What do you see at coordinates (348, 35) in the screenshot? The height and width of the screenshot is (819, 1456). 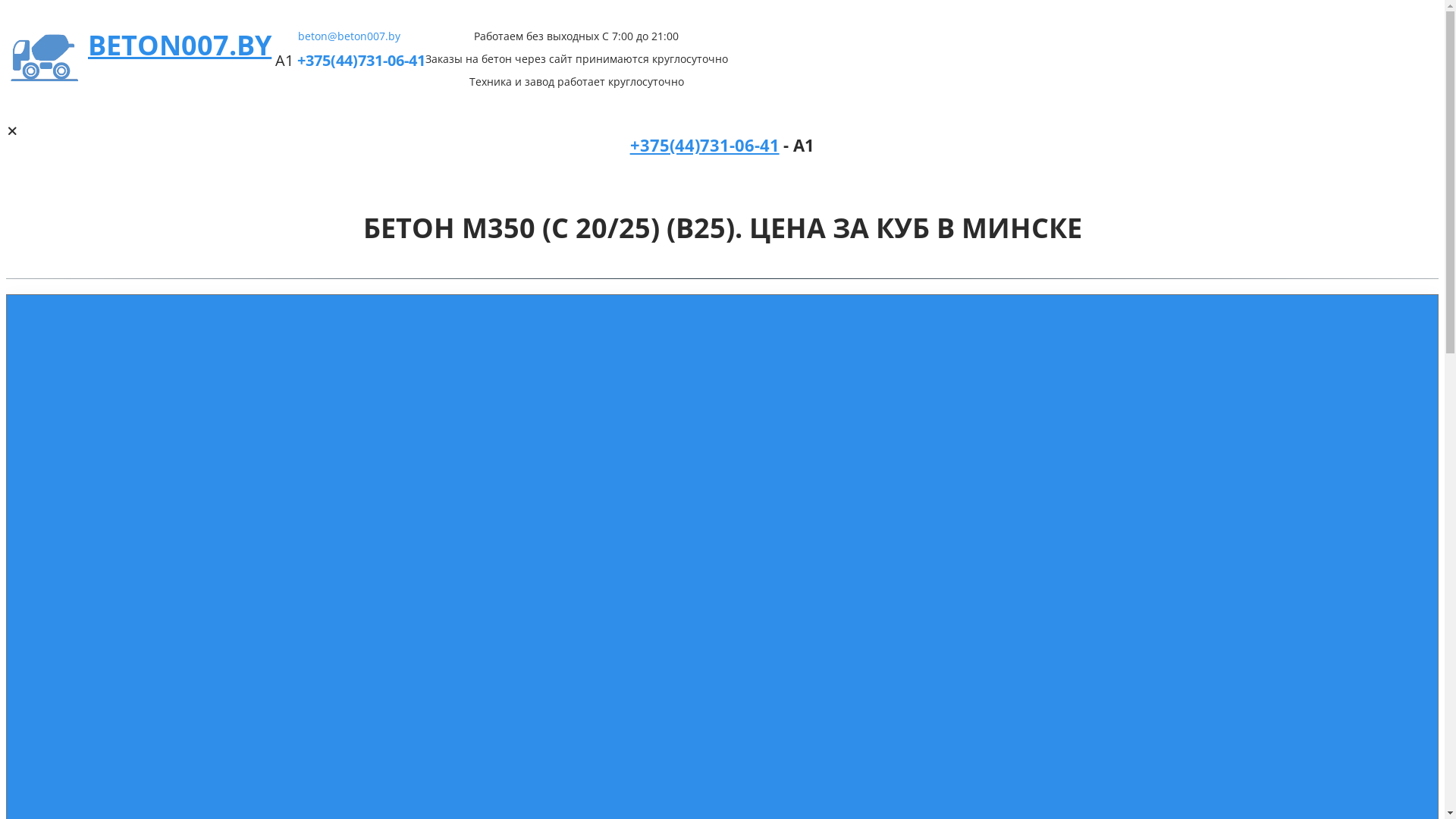 I see `'beton@beton007.by'` at bounding box center [348, 35].